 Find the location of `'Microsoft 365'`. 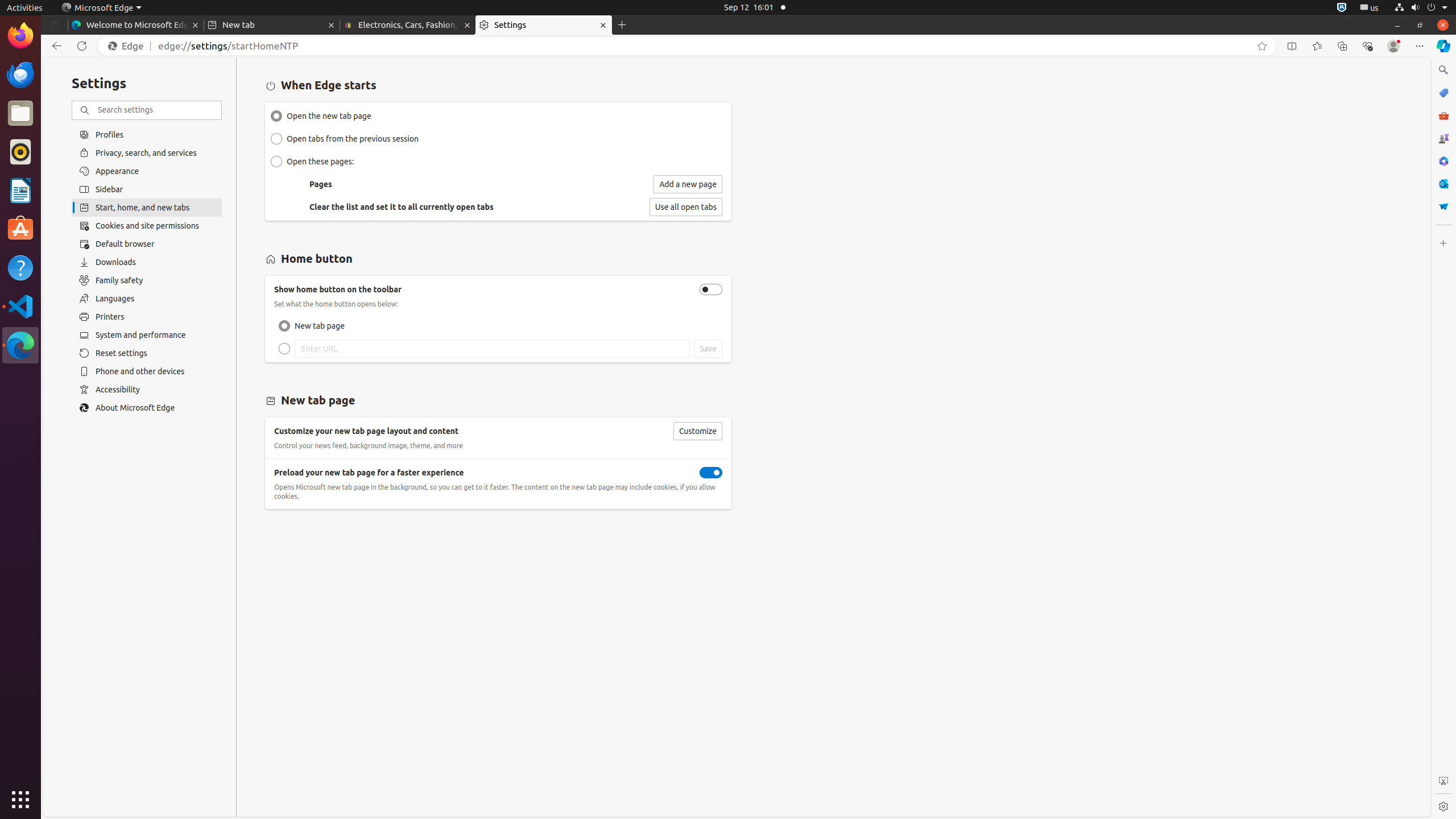

'Microsoft 365' is located at coordinates (1442, 160).